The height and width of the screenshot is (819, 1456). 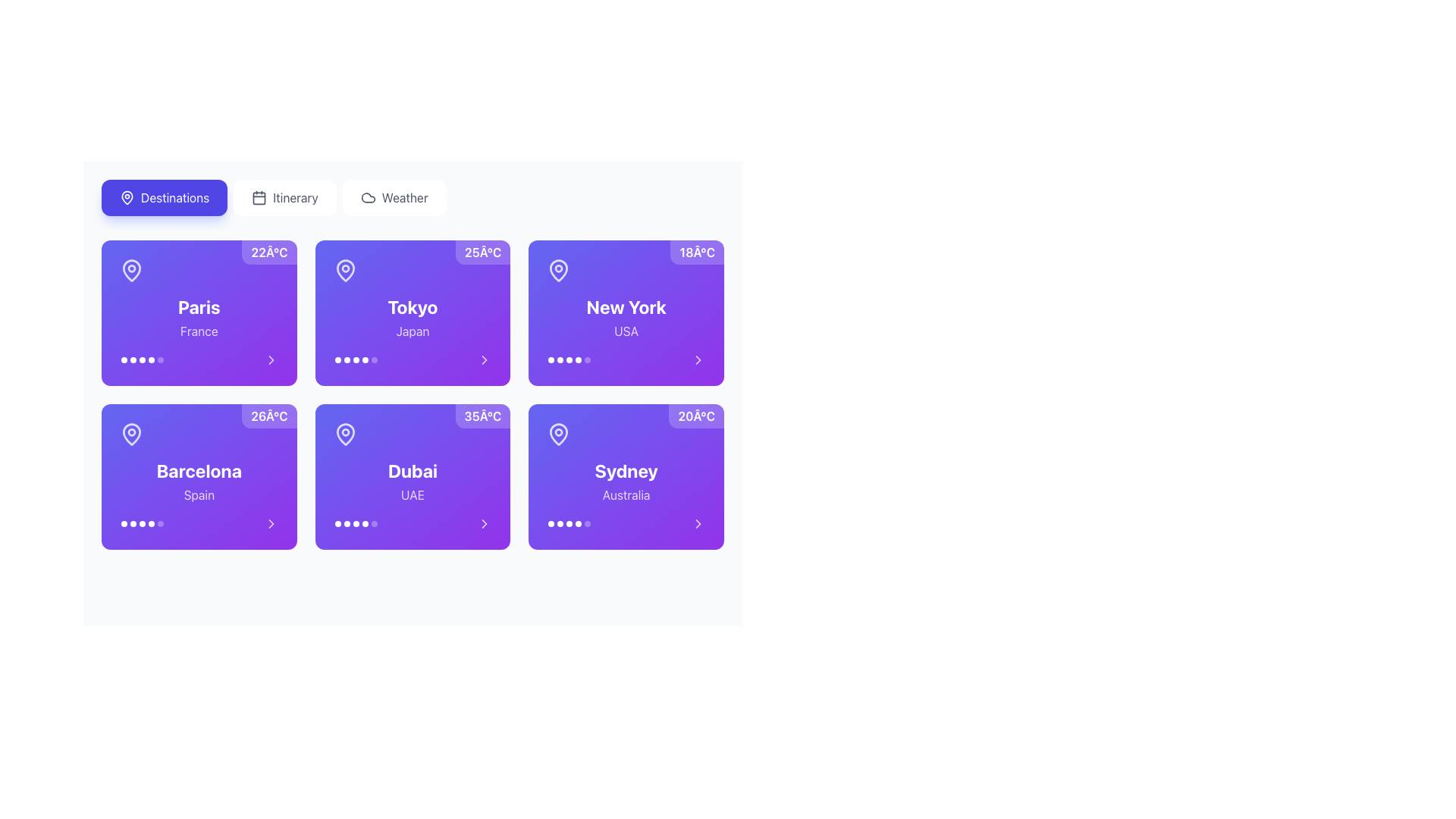 What do you see at coordinates (394, 197) in the screenshot?
I see `the navigational button for accessing weather-related information` at bounding box center [394, 197].